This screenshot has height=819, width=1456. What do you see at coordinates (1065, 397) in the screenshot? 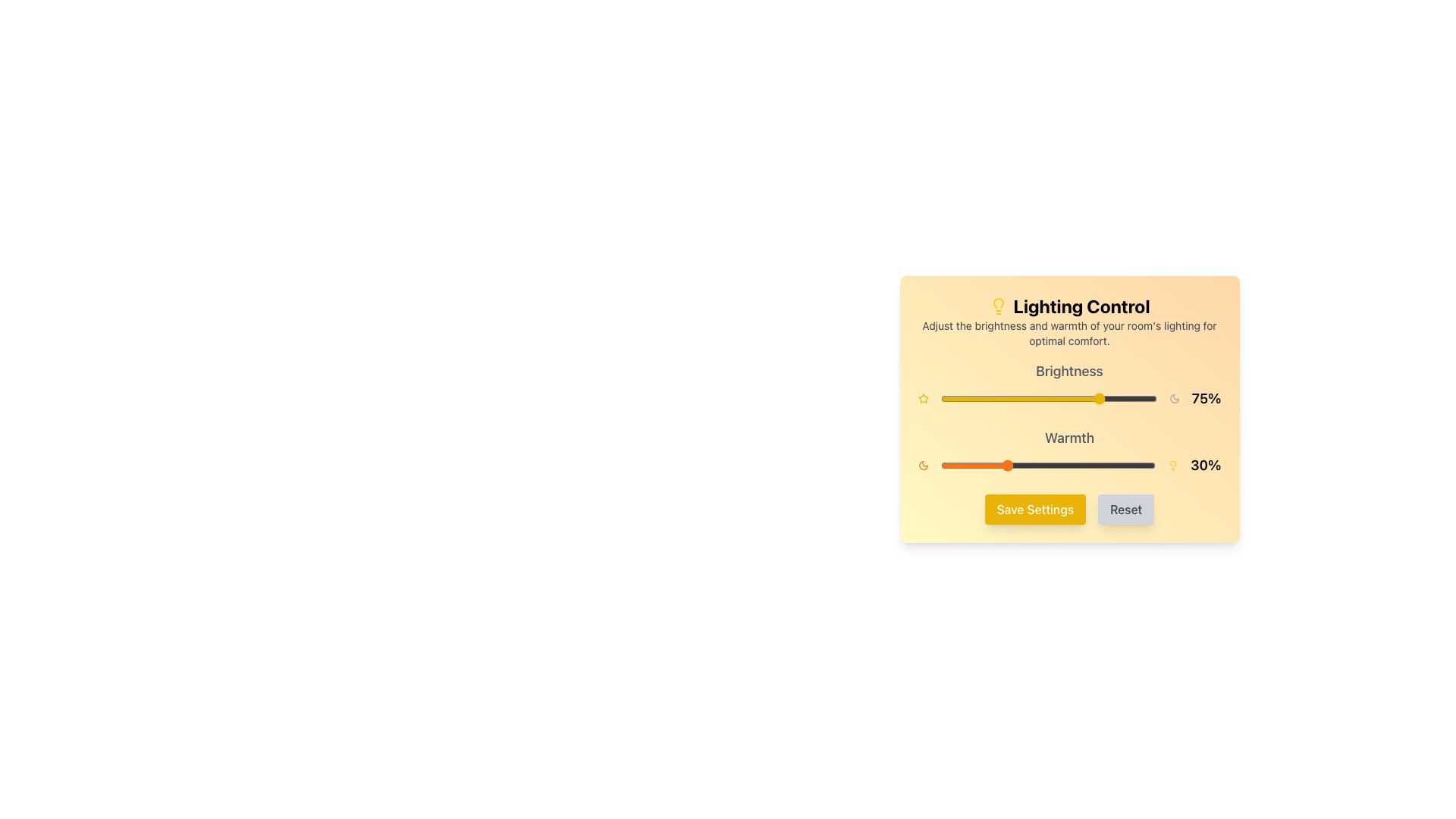
I see `the brightness` at bounding box center [1065, 397].